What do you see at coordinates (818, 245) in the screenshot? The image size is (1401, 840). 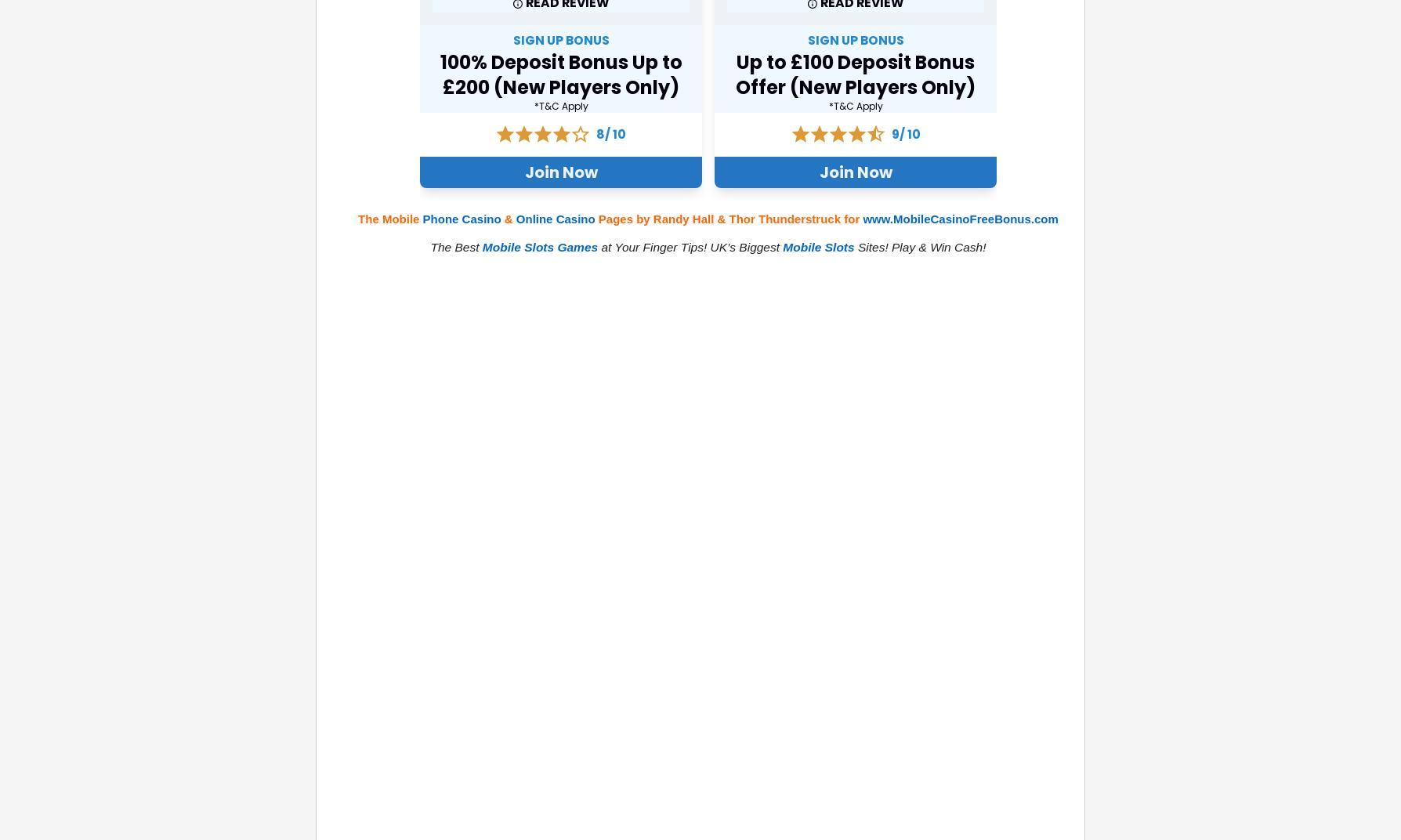 I see `'Mobile Slots'` at bounding box center [818, 245].